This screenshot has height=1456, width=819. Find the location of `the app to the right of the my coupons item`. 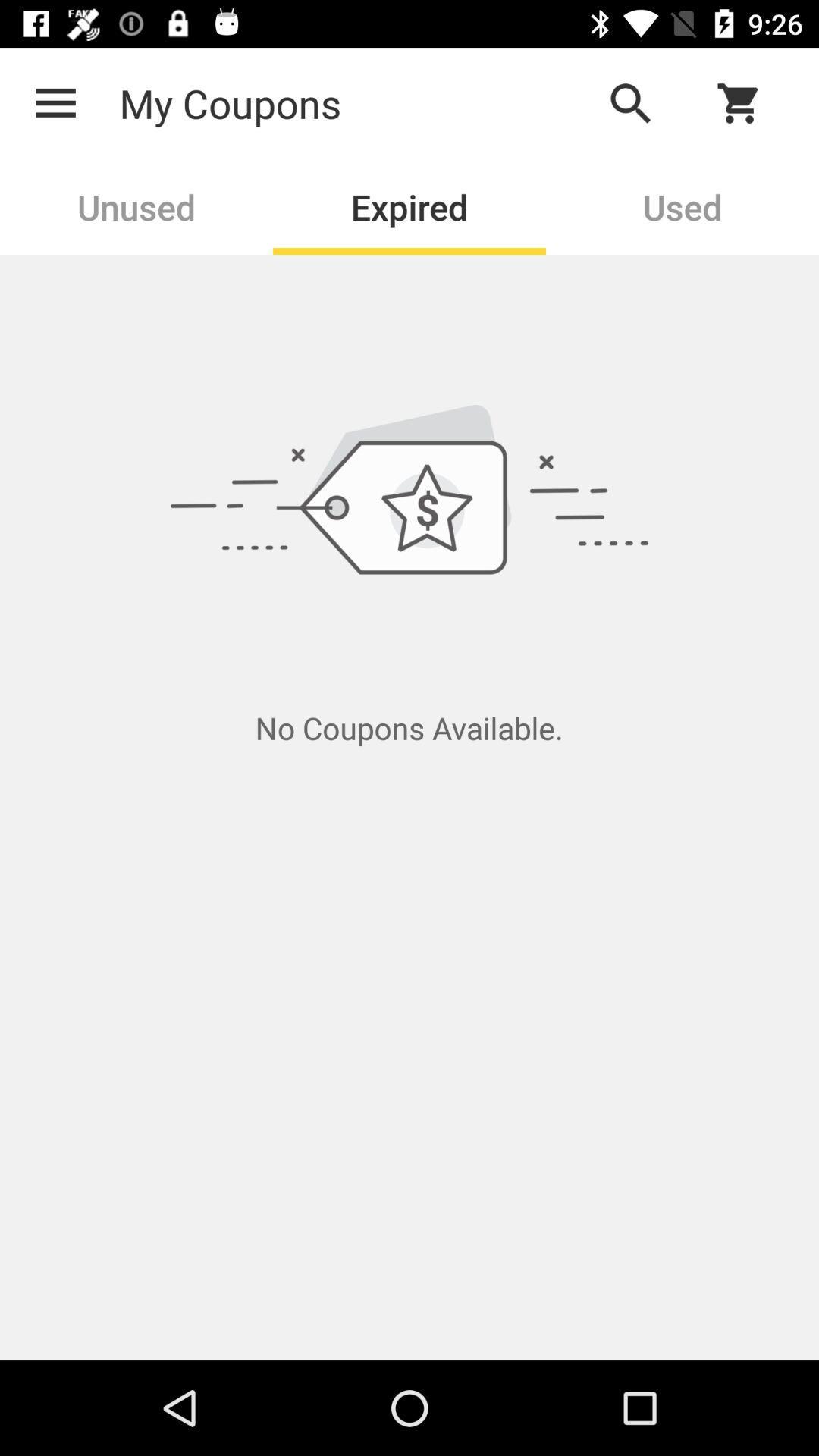

the app to the right of the my coupons item is located at coordinates (630, 102).